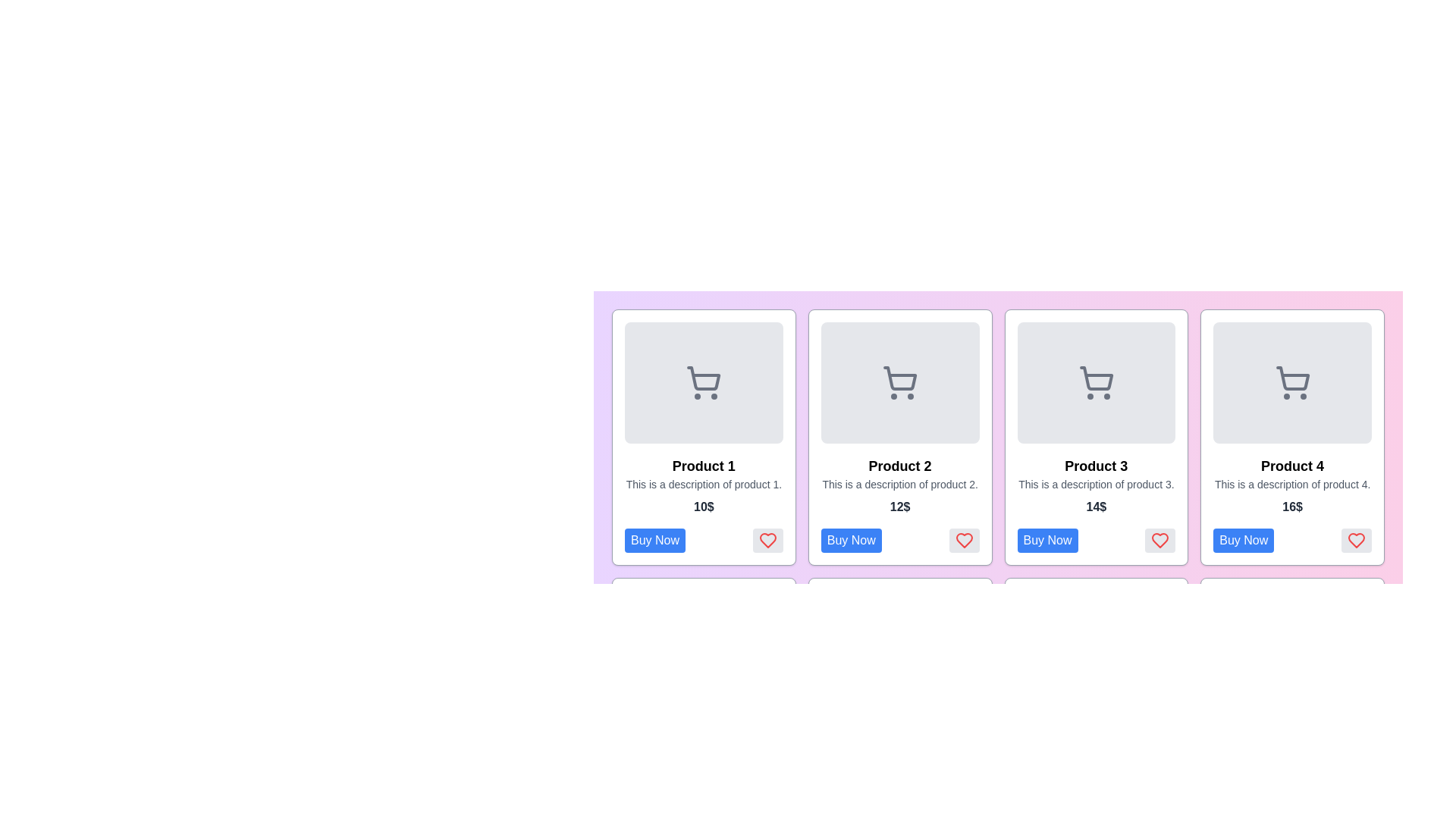  Describe the element at coordinates (1357, 540) in the screenshot. I see `the Icon Button located in the bottom-right section of the fourth product card` at that location.